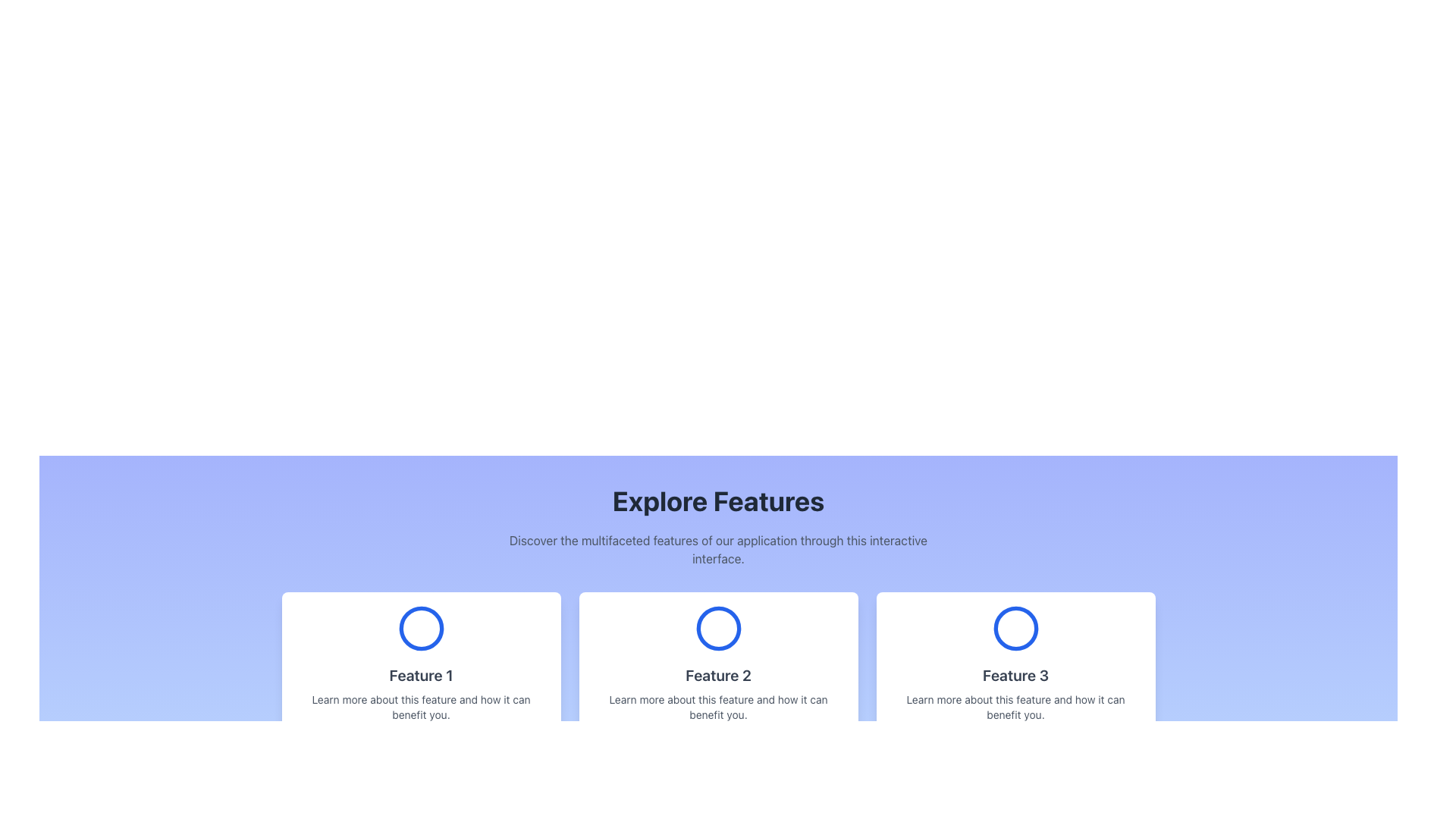 The height and width of the screenshot is (819, 1456). What do you see at coordinates (717, 675) in the screenshot?
I see `the centered text label displaying 'Feature 2', which is styled in bold, large gray font, for potential interaction` at bounding box center [717, 675].